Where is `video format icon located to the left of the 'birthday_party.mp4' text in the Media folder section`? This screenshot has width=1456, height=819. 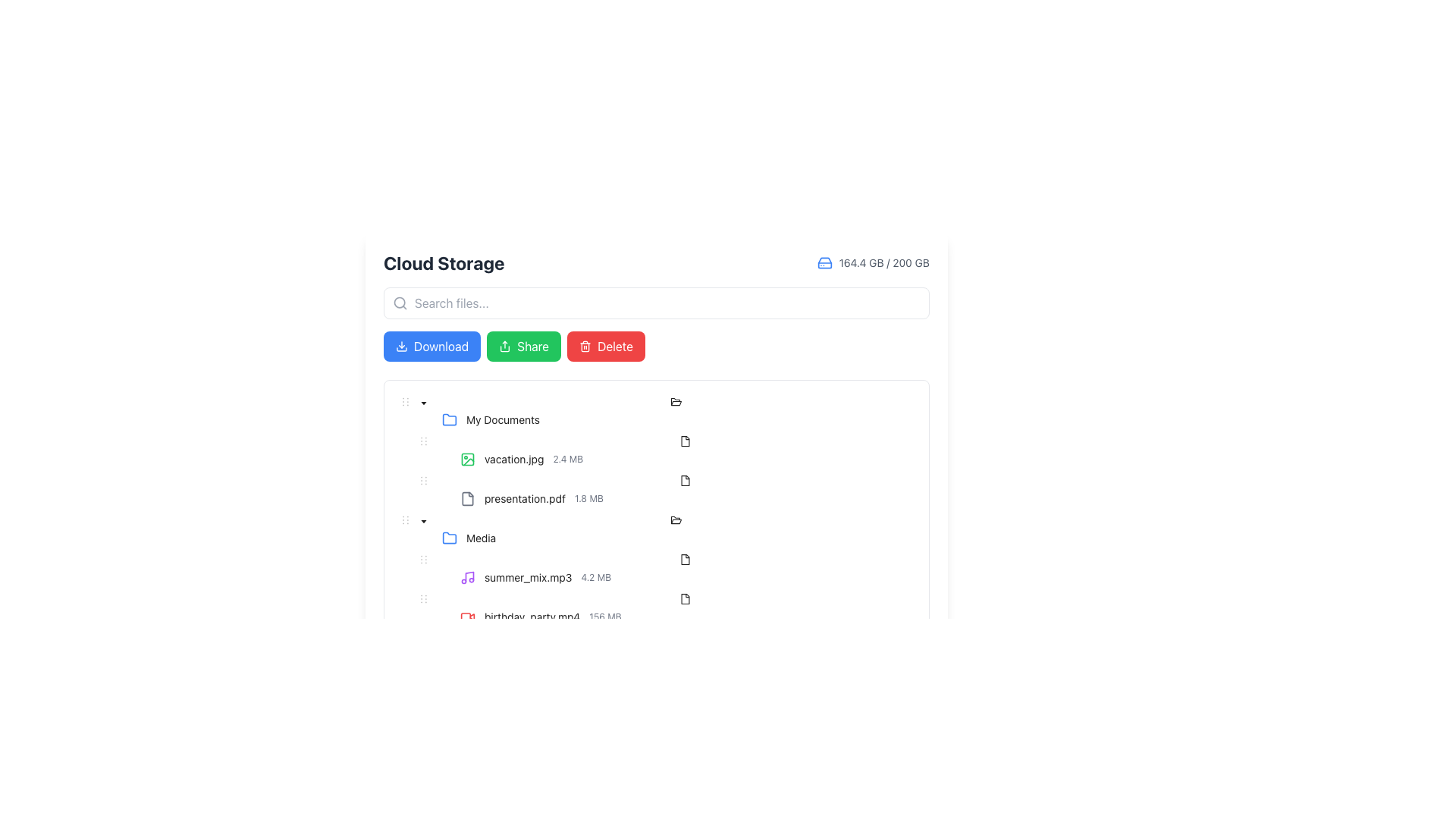 video format icon located to the left of the 'birthday_party.mp4' text in the Media folder section is located at coordinates (467, 617).